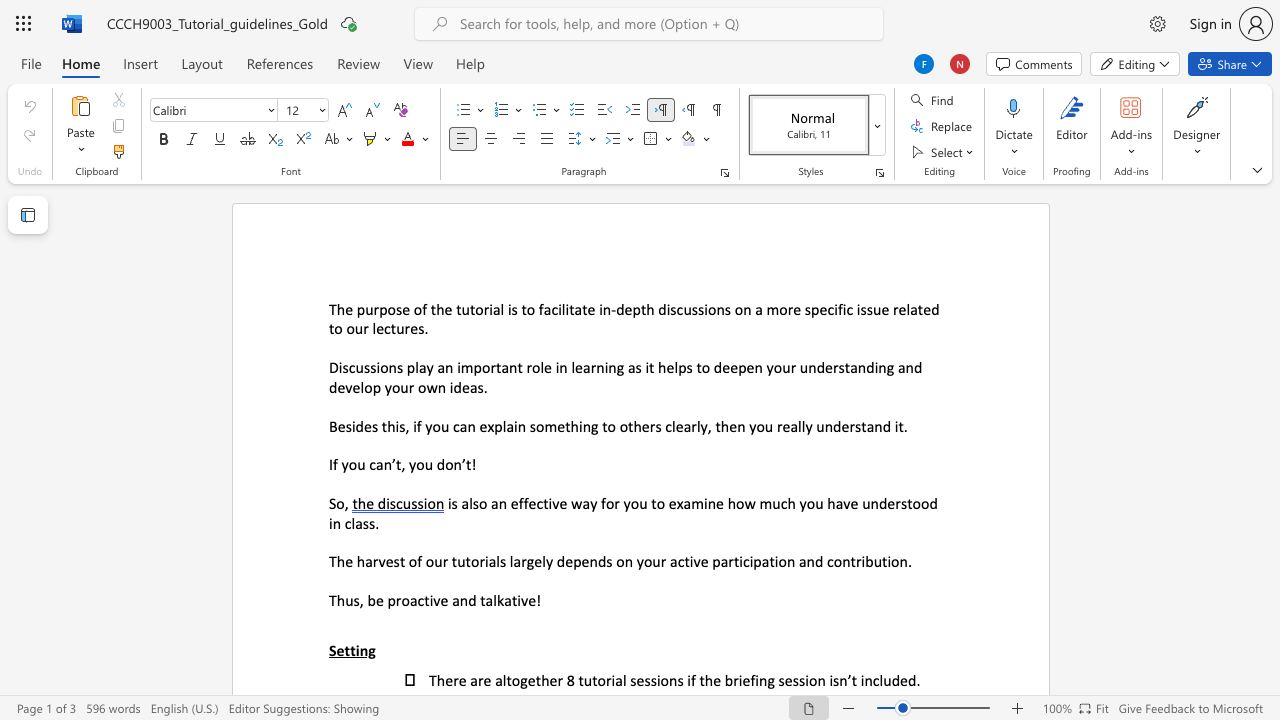  I want to click on the 1th character "d" in the text, so click(882, 502).